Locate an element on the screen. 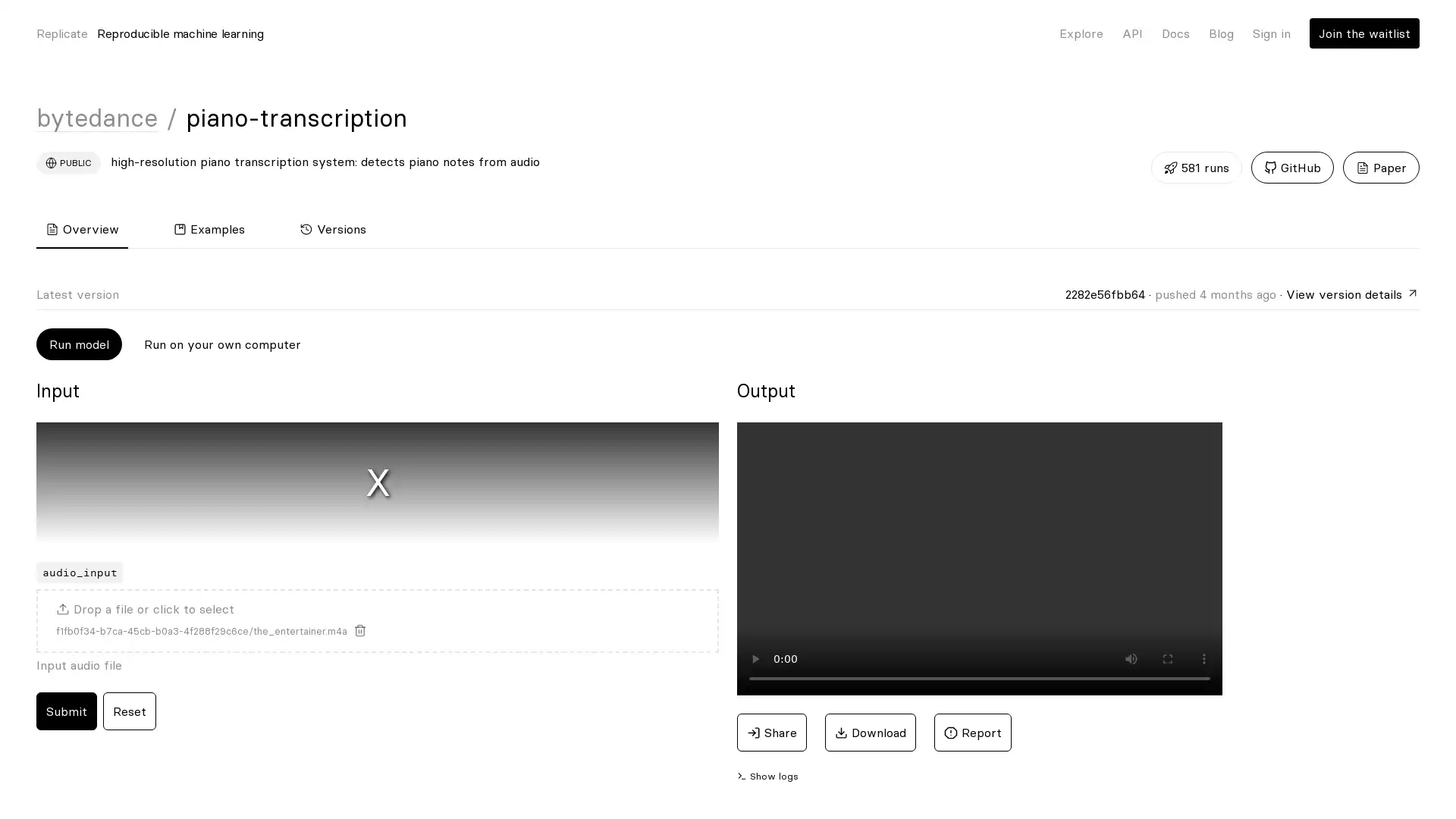  show more media controls is located at coordinates (1203, 657).